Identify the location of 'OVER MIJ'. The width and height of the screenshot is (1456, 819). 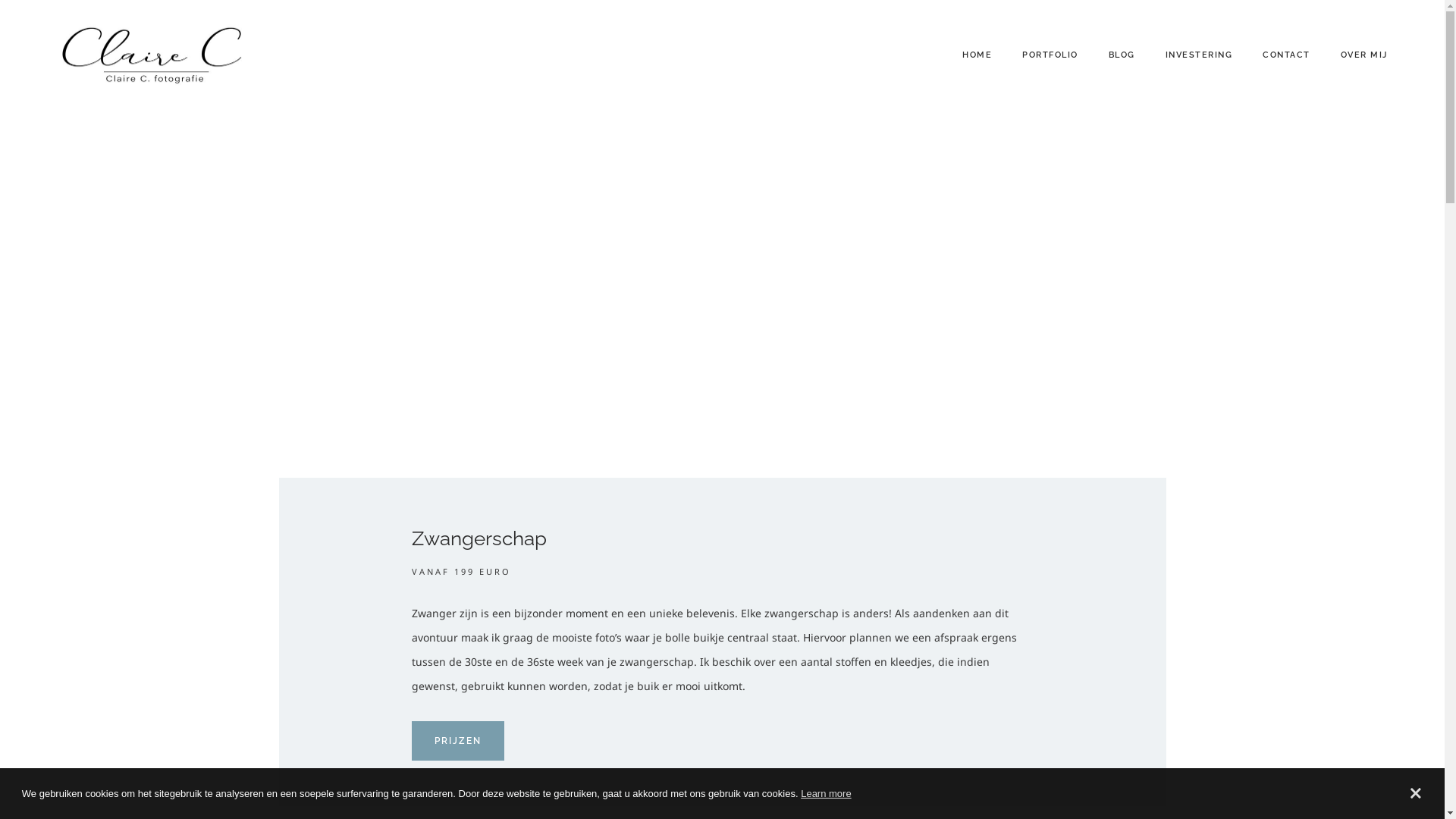
(1364, 55).